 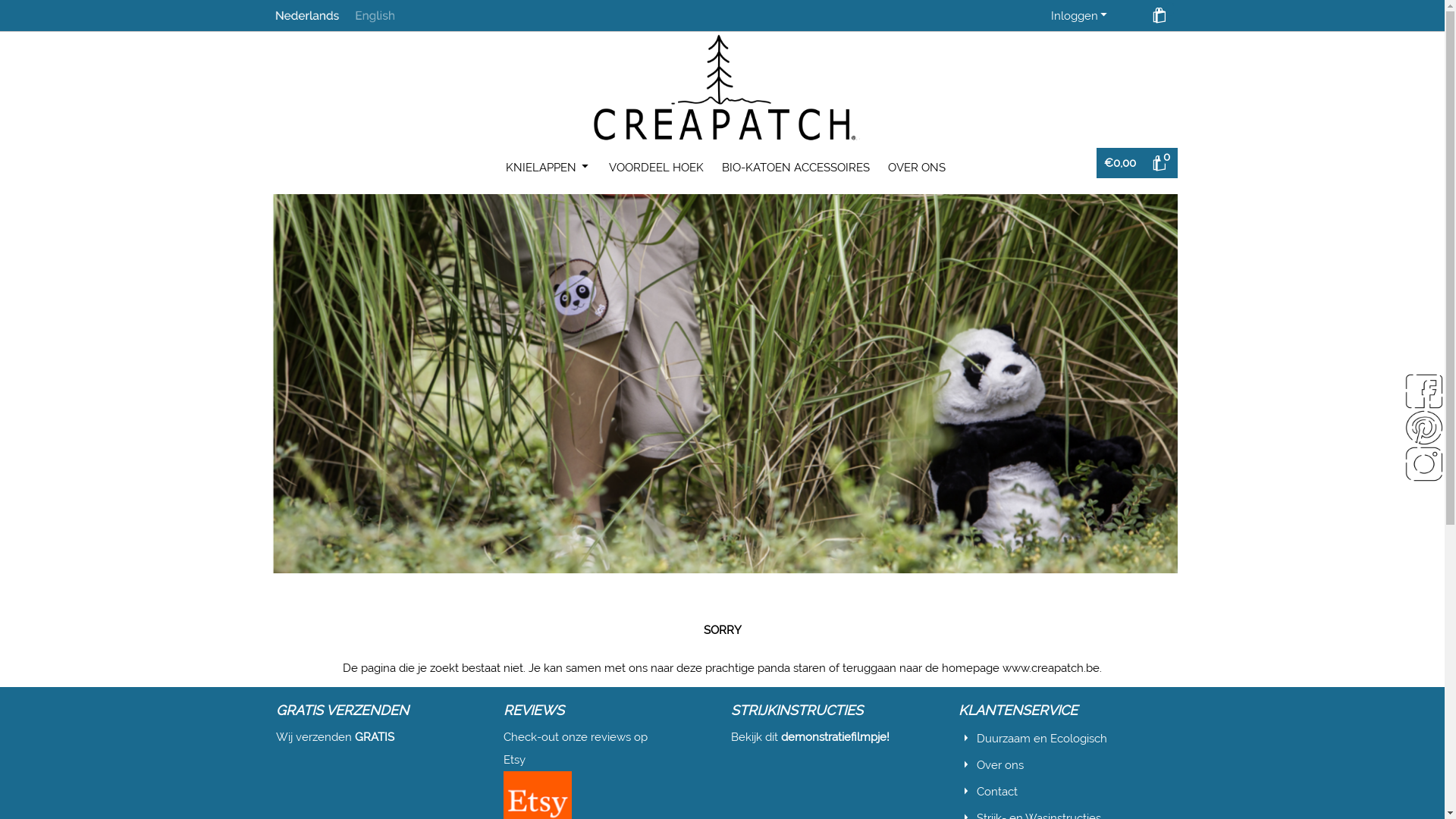 What do you see at coordinates (655, 167) in the screenshot?
I see `'VOORDEEL HOEK'` at bounding box center [655, 167].